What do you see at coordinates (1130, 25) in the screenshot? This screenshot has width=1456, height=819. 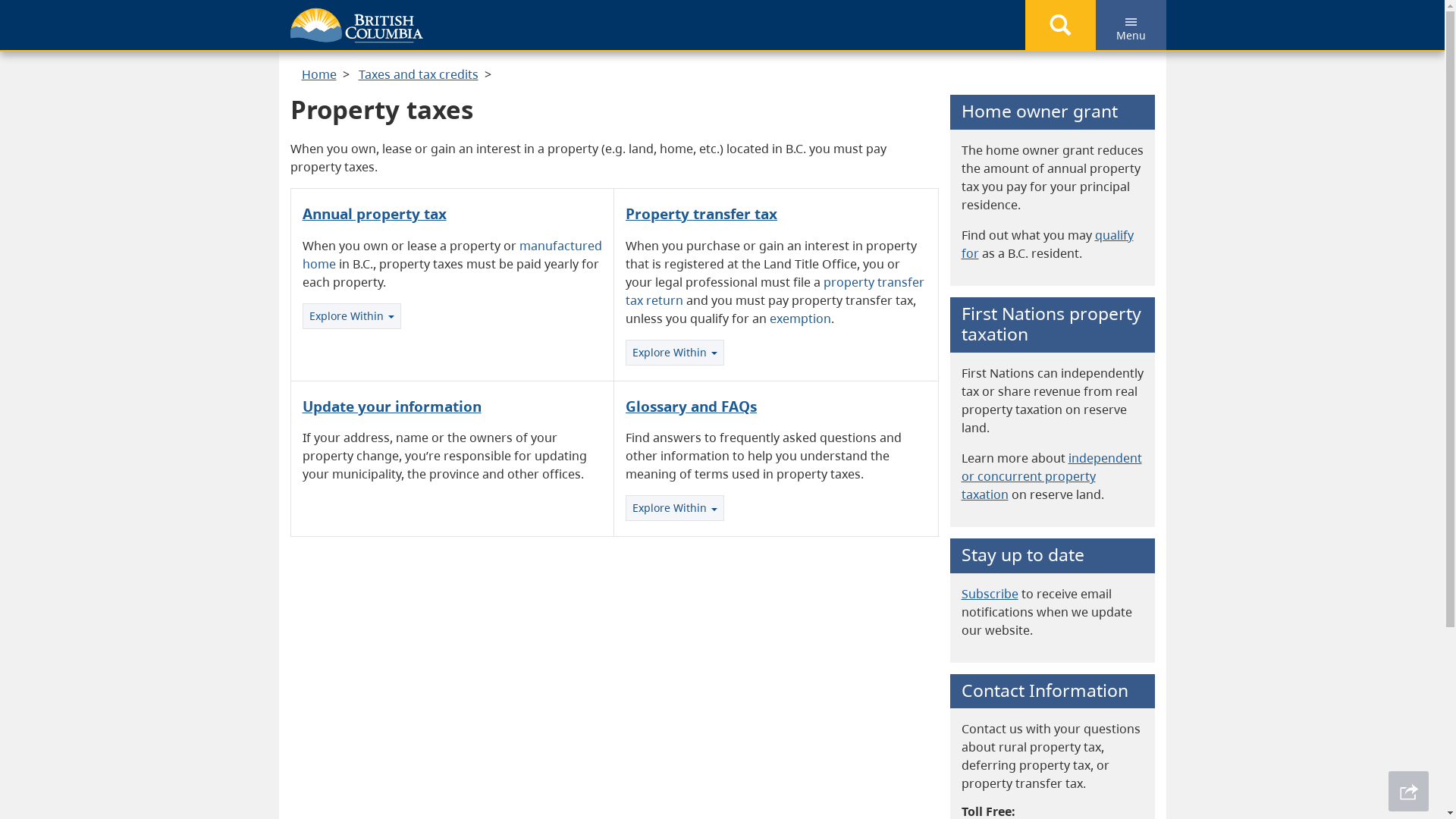 I see `'Menu'` at bounding box center [1130, 25].